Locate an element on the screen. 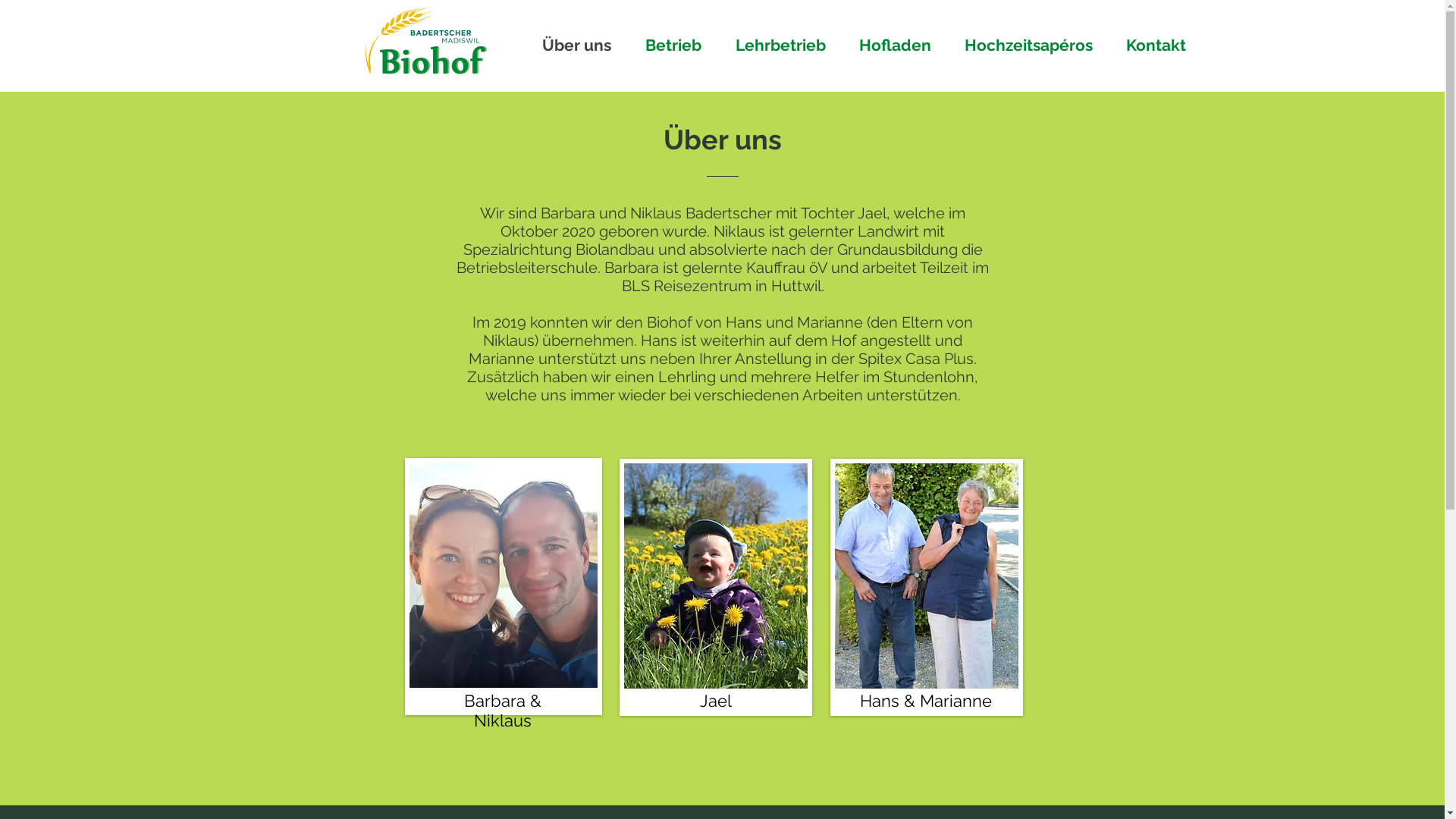  'Betrieb' is located at coordinates (678, 44).